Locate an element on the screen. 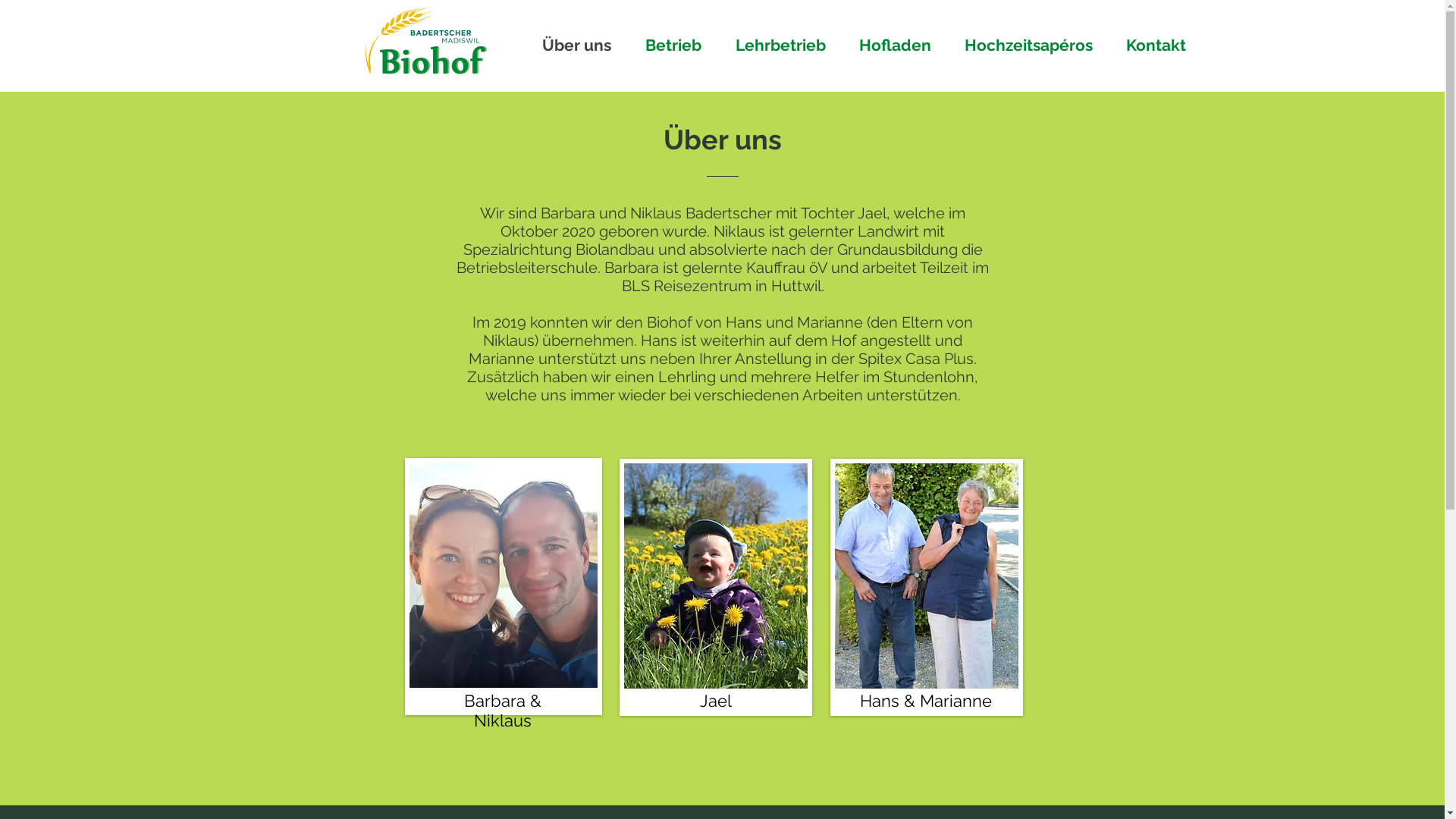  'Betrieb' is located at coordinates (678, 44).